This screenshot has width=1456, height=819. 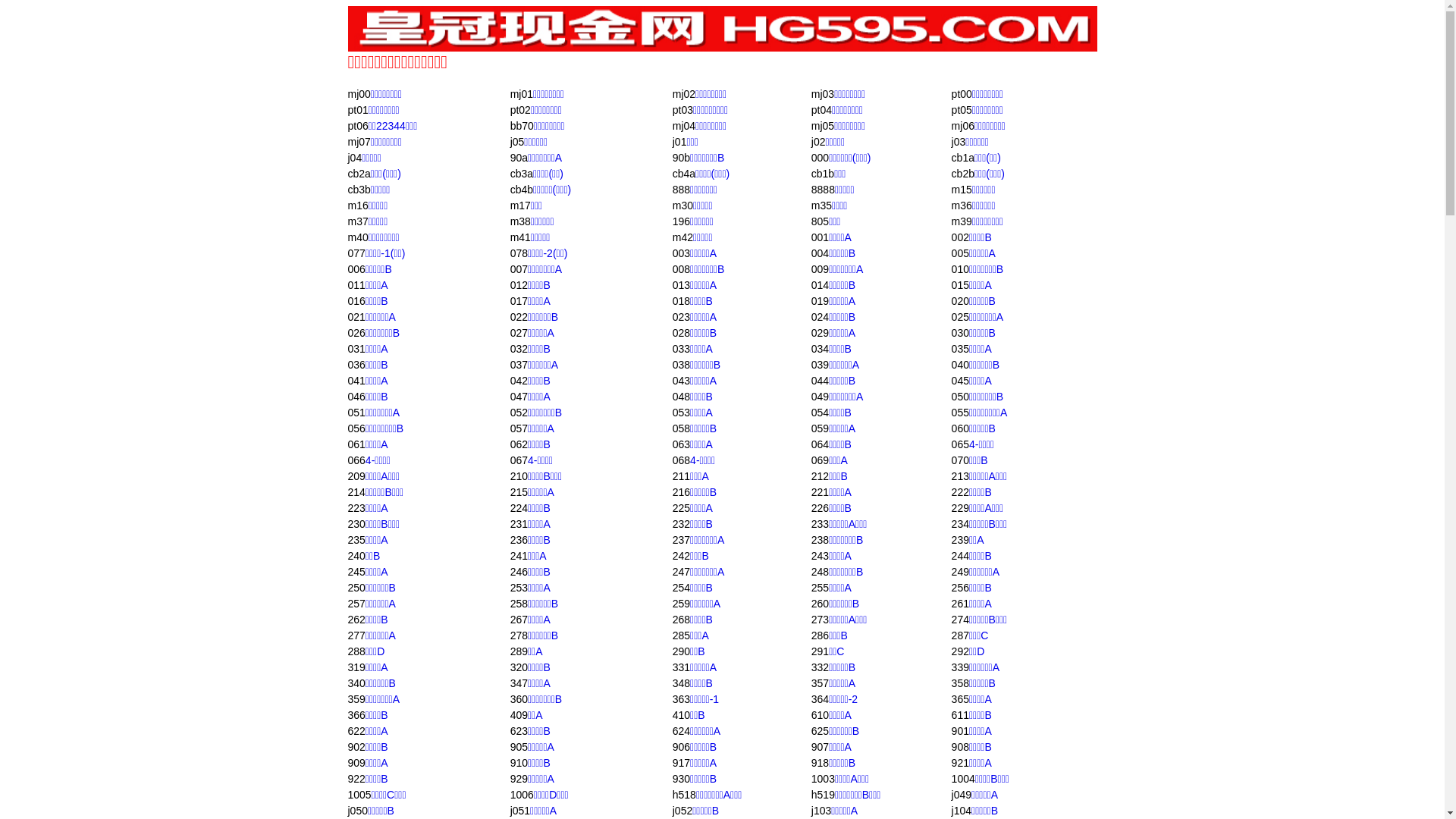 I want to click on '340', so click(x=355, y=683).